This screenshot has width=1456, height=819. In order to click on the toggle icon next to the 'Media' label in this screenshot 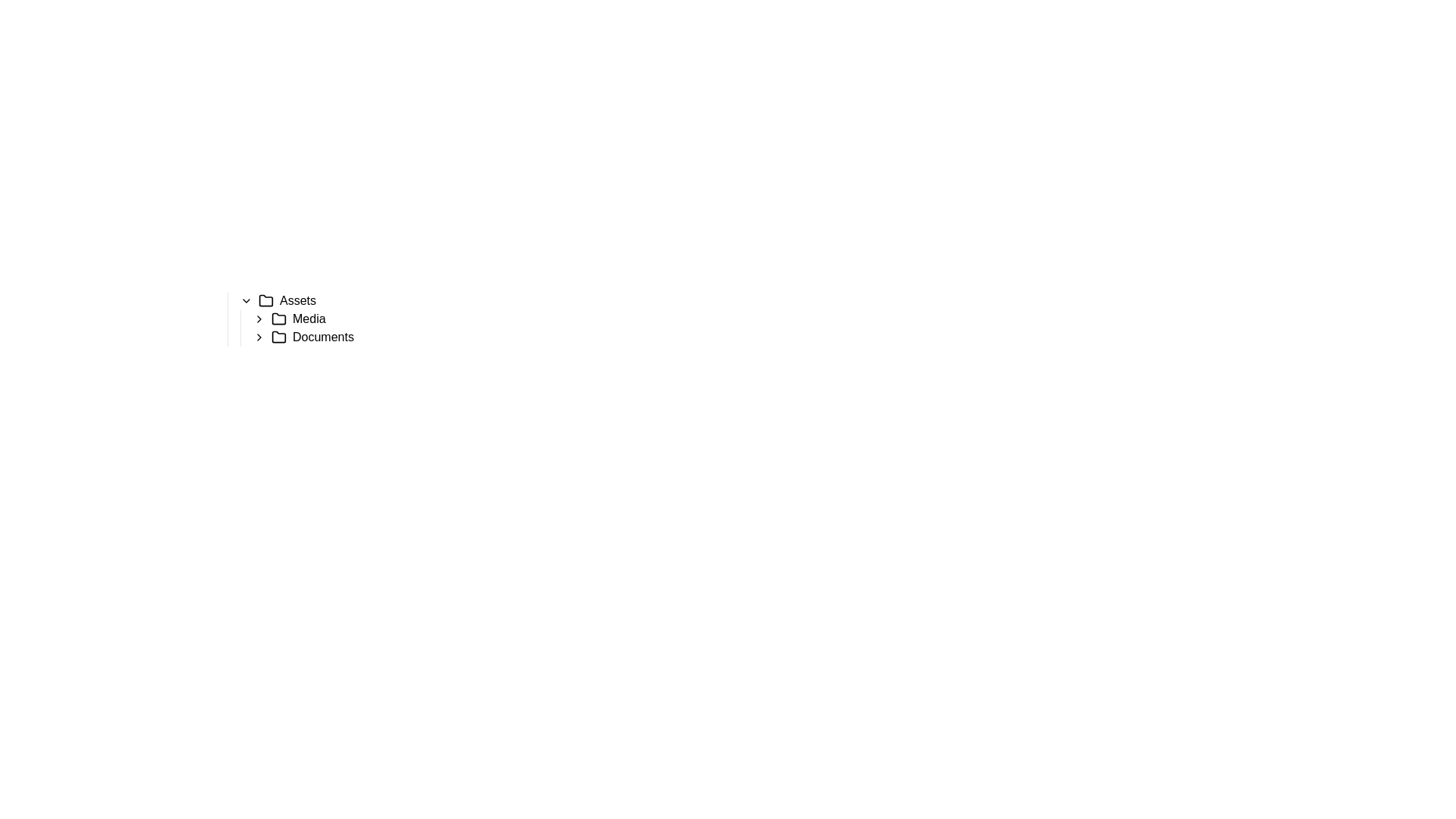, I will do `click(259, 318)`.